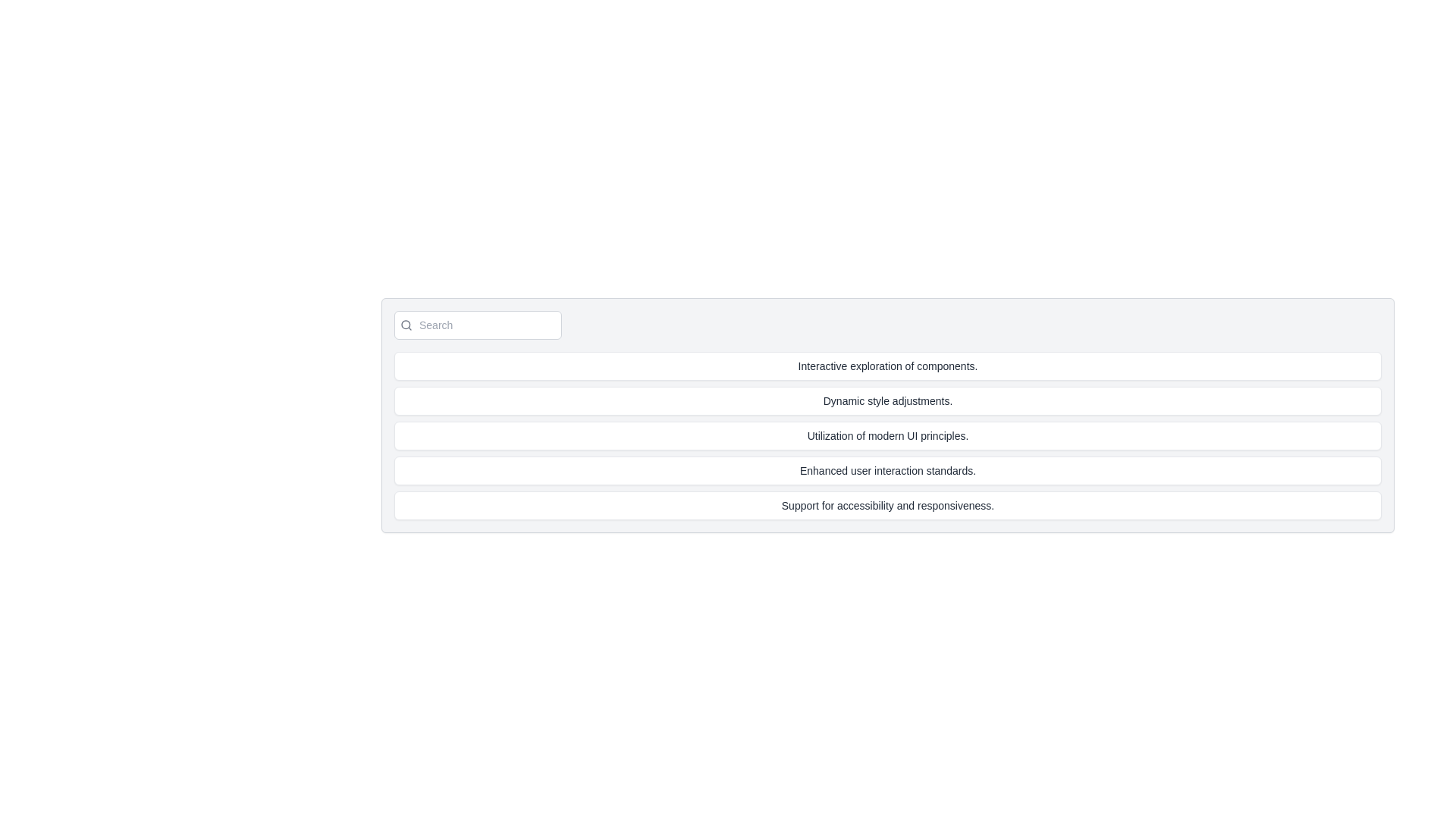 The width and height of the screenshot is (1456, 819). Describe the element at coordinates (853, 470) in the screenshot. I see `the letter 'u' in the word 'user' within the text 'Enhanced user interaction standards.' located on the fourth line of the textual list` at that location.